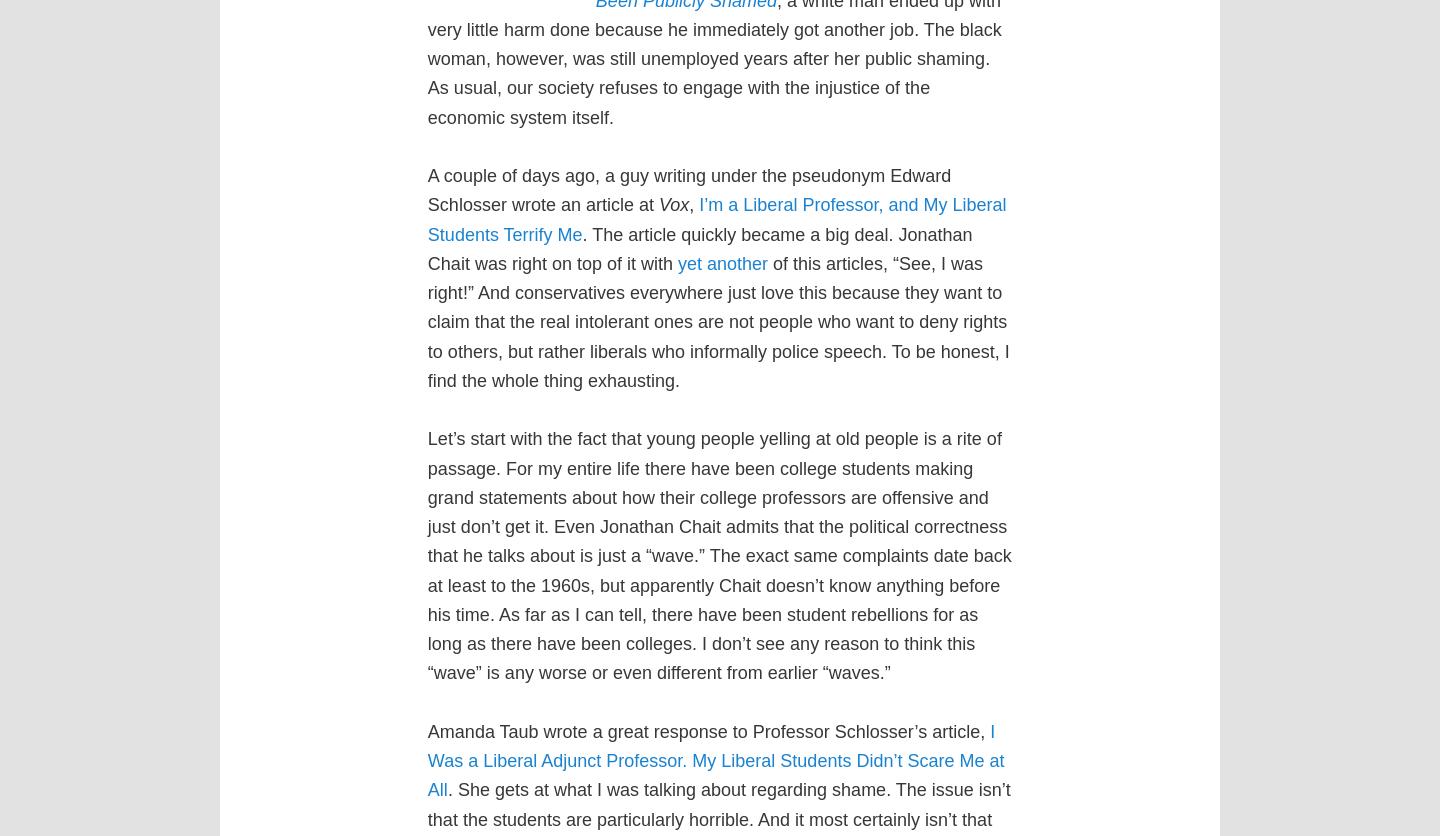 This screenshot has height=836, width=1440. Describe the element at coordinates (721, 263) in the screenshot. I see `'yet another'` at that location.